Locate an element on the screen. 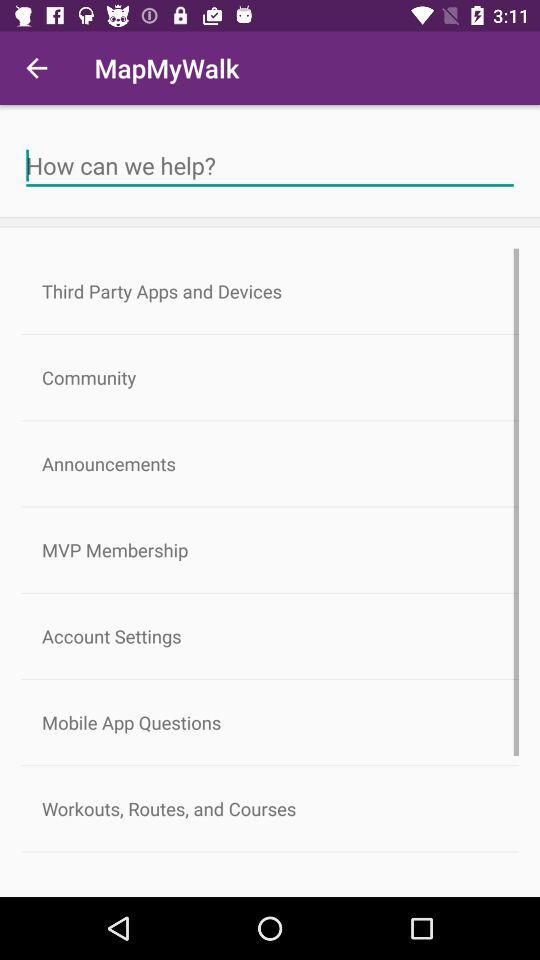  icon above community item is located at coordinates (270, 290).